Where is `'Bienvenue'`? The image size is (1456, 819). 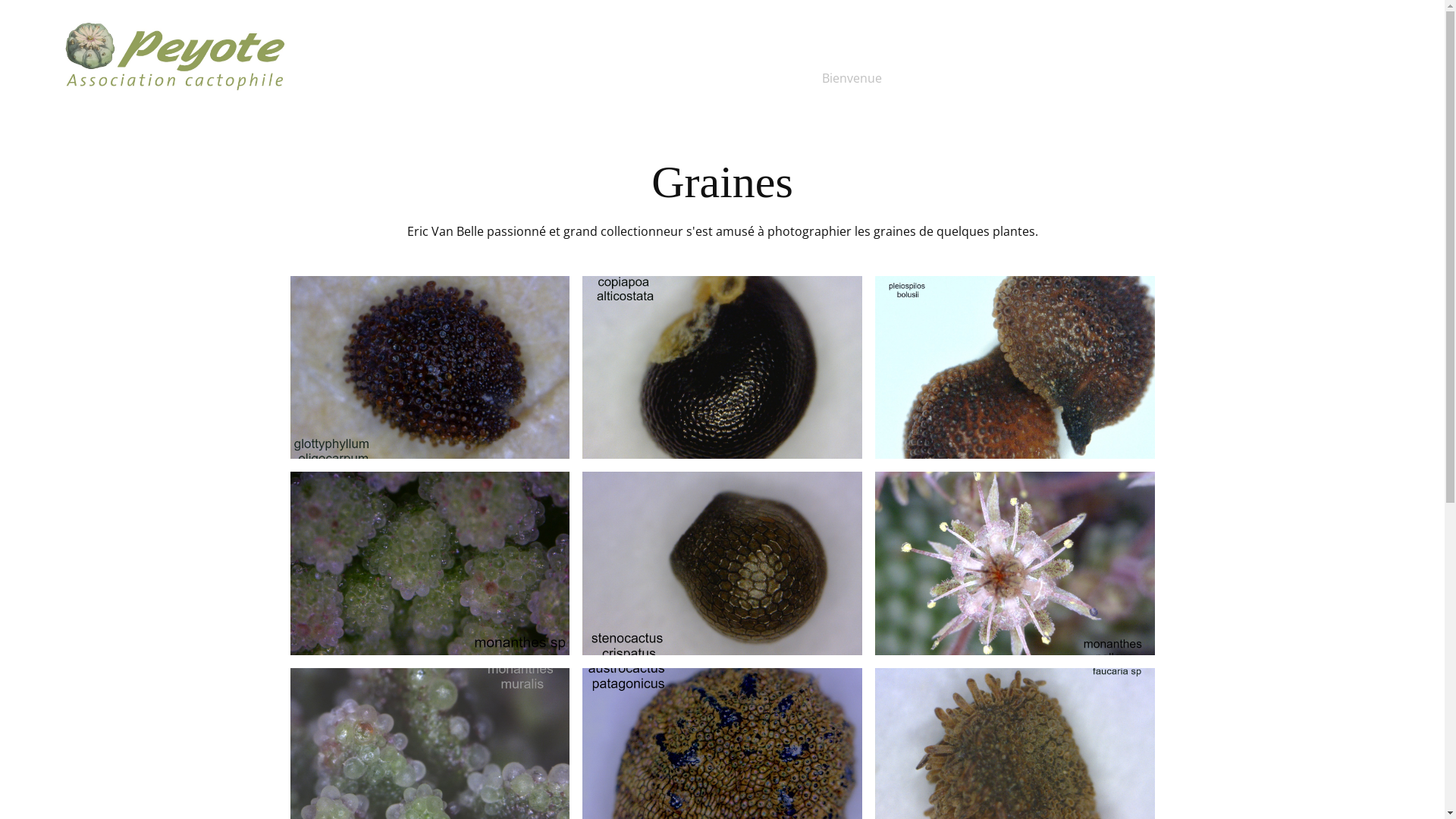 'Bienvenue' is located at coordinates (852, 78).